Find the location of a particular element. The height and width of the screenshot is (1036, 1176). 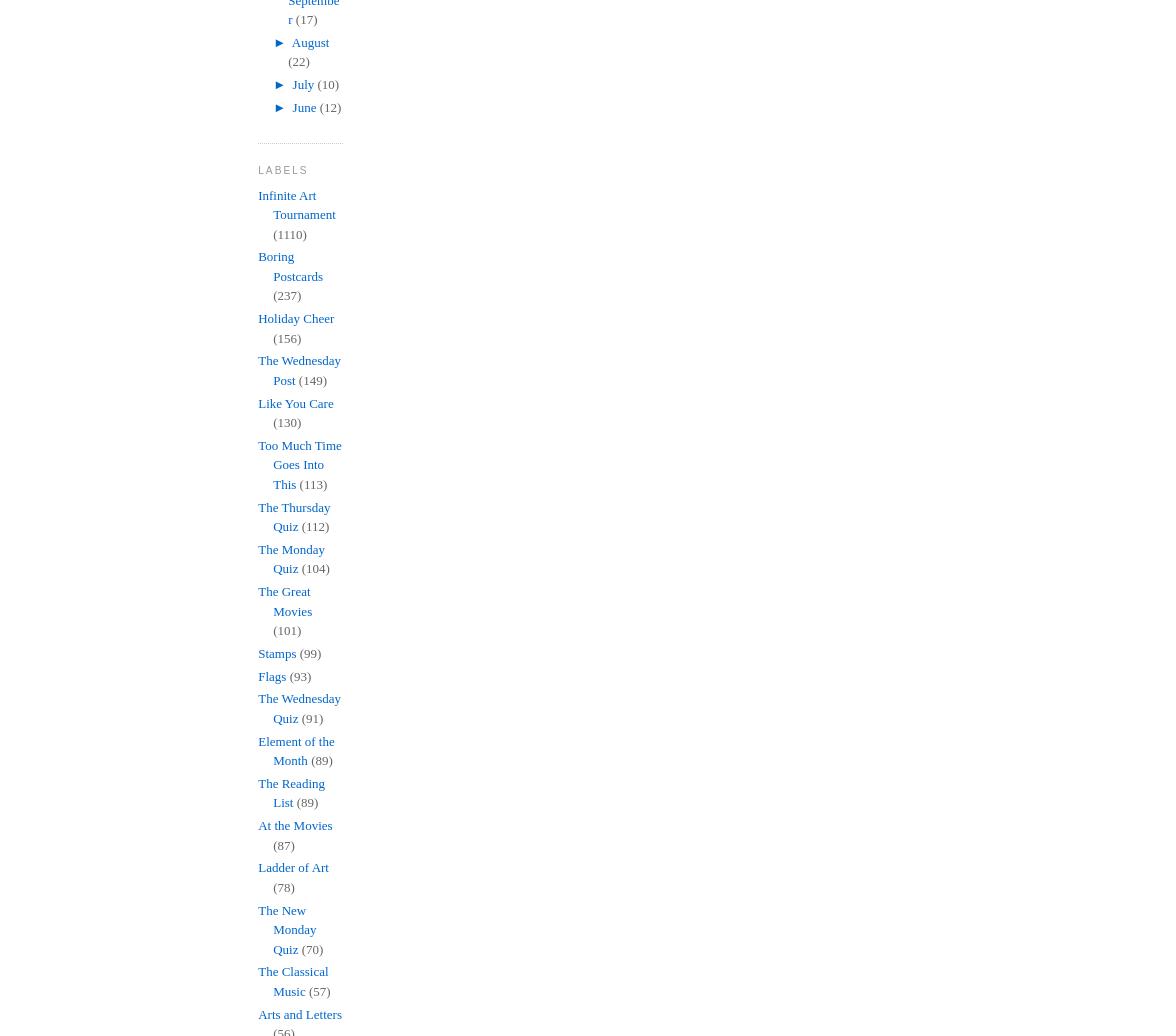

'The Wednesday Quiz' is located at coordinates (258, 708).